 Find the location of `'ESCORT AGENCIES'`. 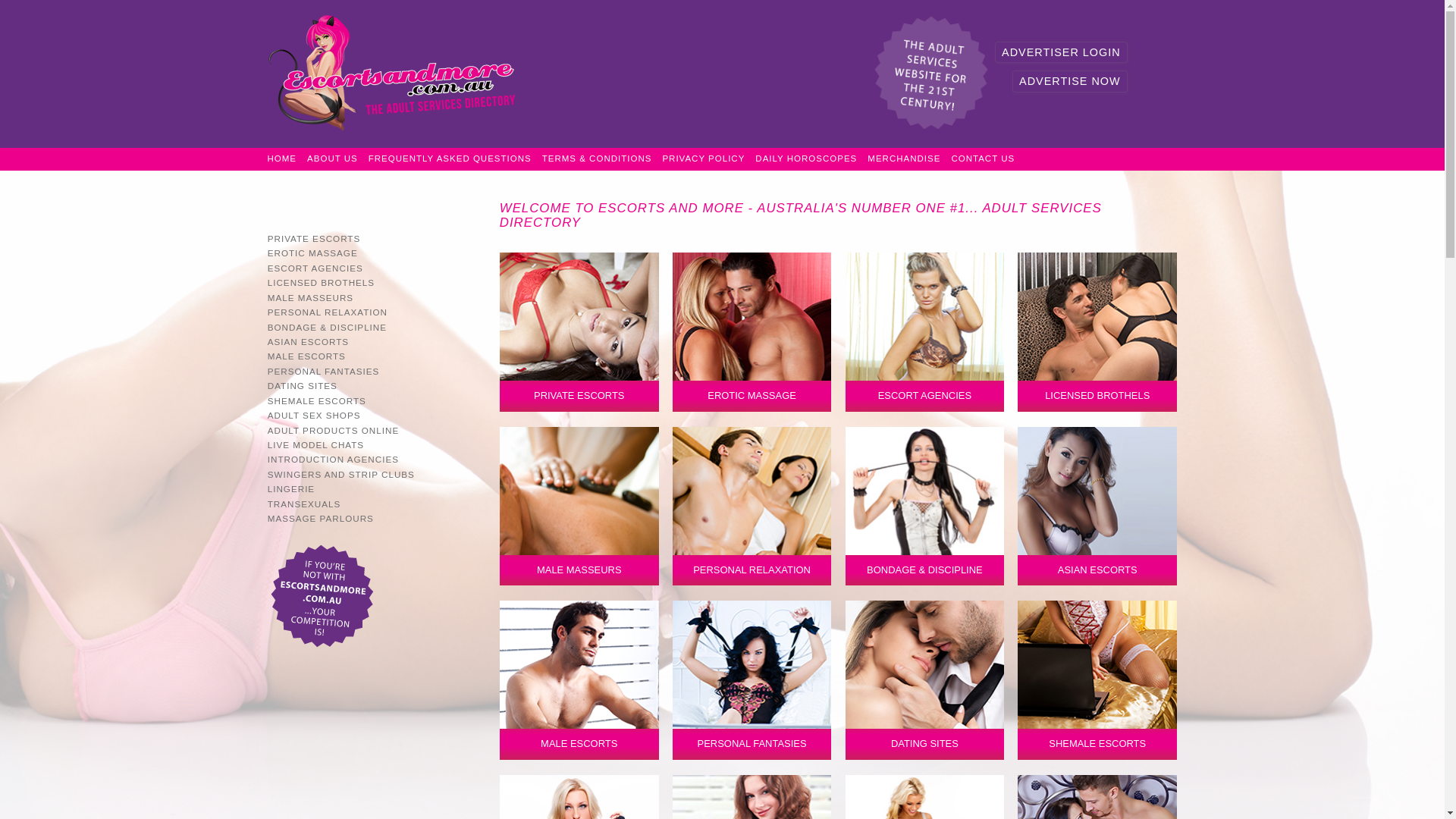

'ESCORT AGENCIES' is located at coordinates (844, 331).